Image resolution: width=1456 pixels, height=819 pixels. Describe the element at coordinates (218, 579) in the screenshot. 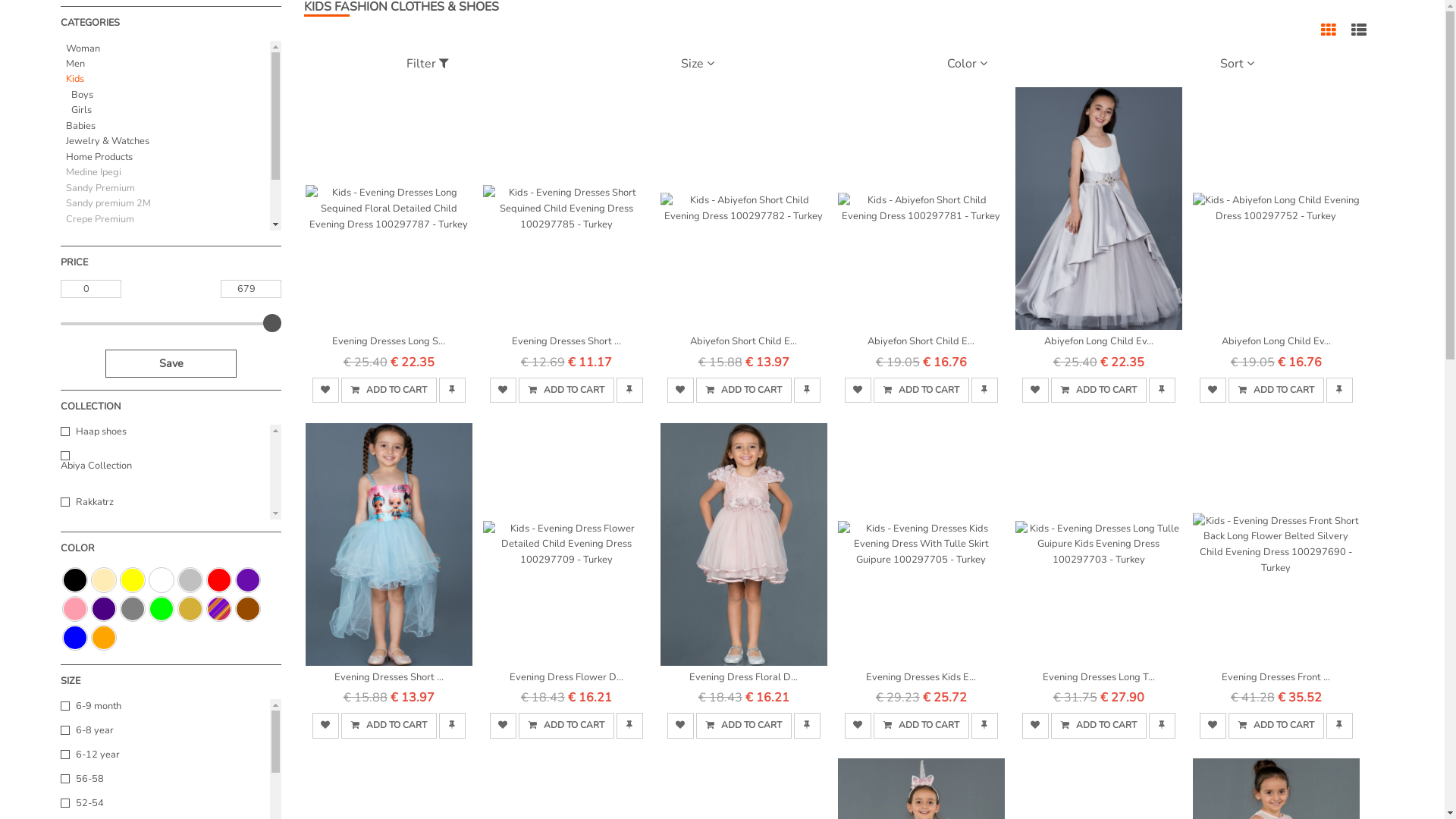

I see `'Red'` at that location.